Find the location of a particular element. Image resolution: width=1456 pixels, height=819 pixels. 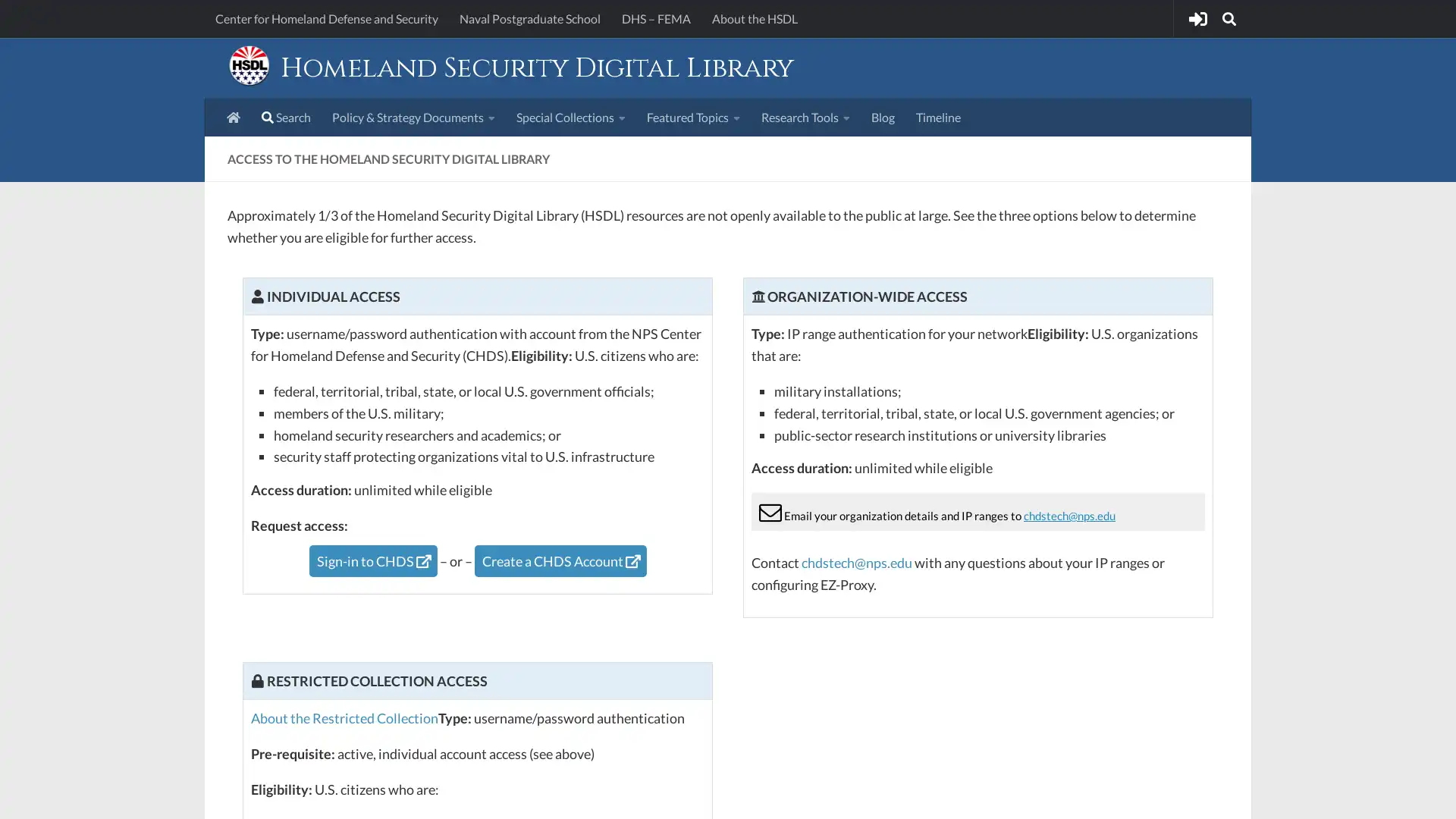

Create a CHDS Account is located at coordinates (559, 560).